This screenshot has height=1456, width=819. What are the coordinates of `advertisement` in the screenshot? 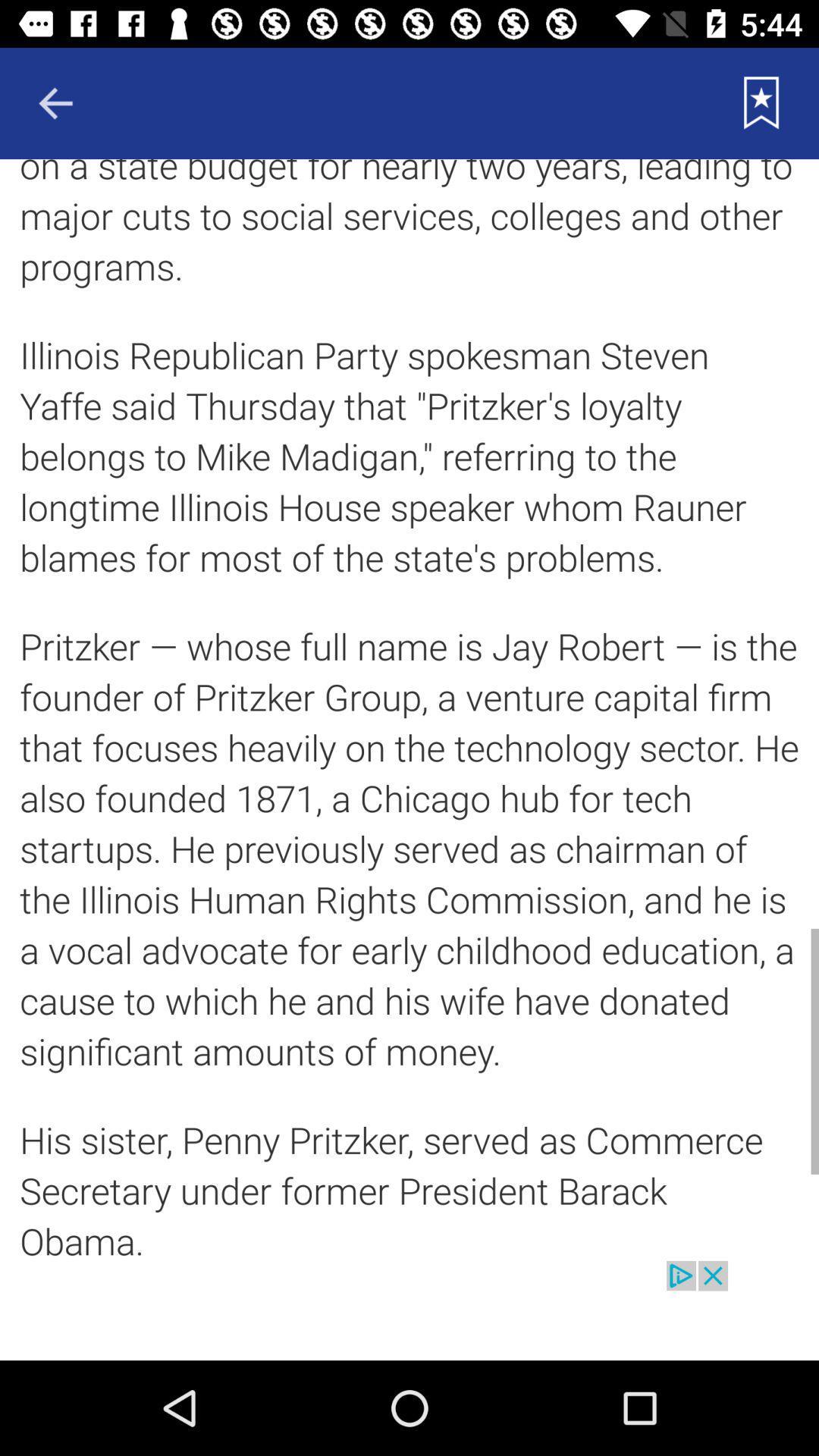 It's located at (409, 1310).